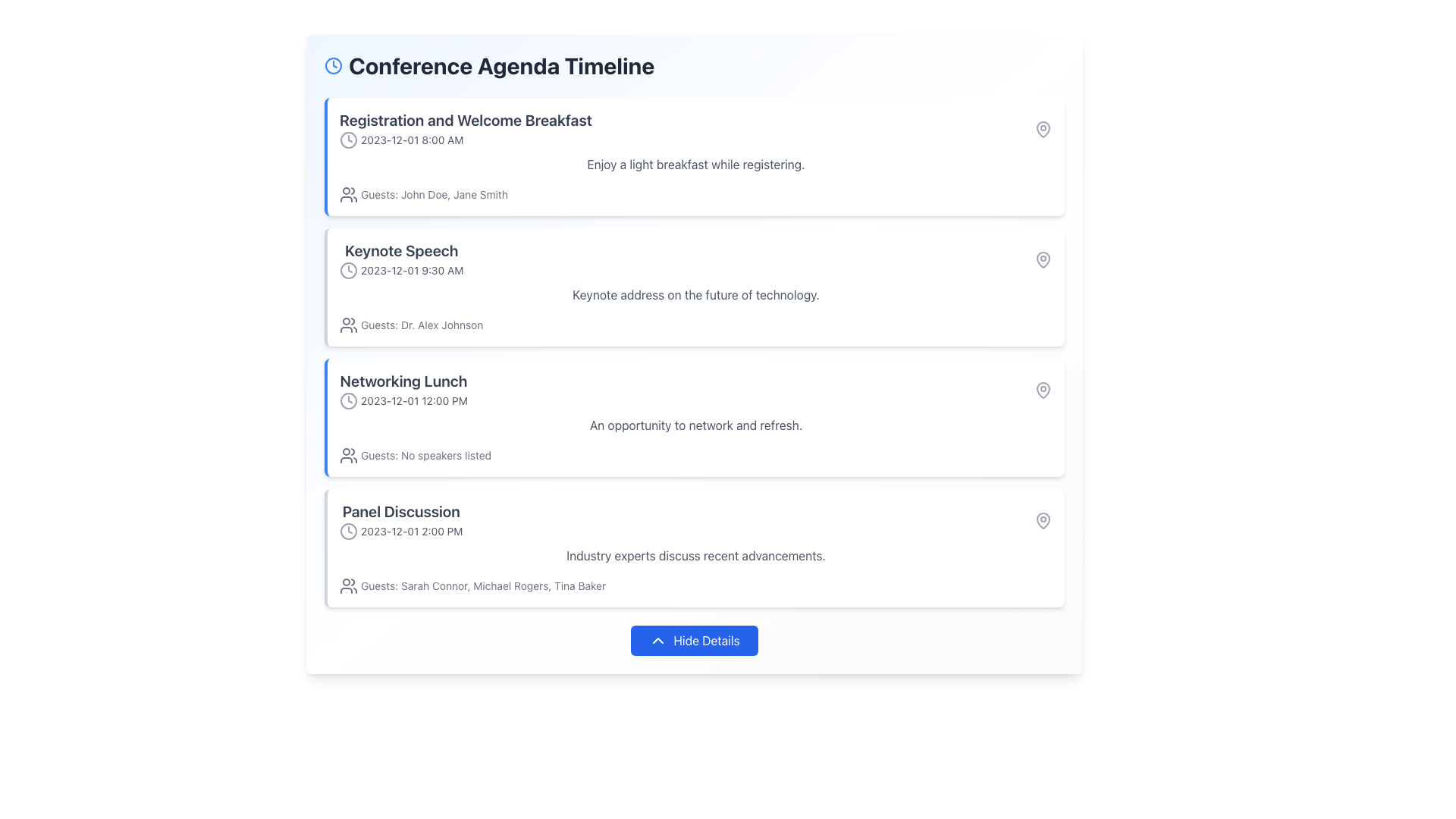  I want to click on static text header element displaying 'Conference Agenda Timeline', which is prominently positioned at the top of the interface, so click(501, 65).